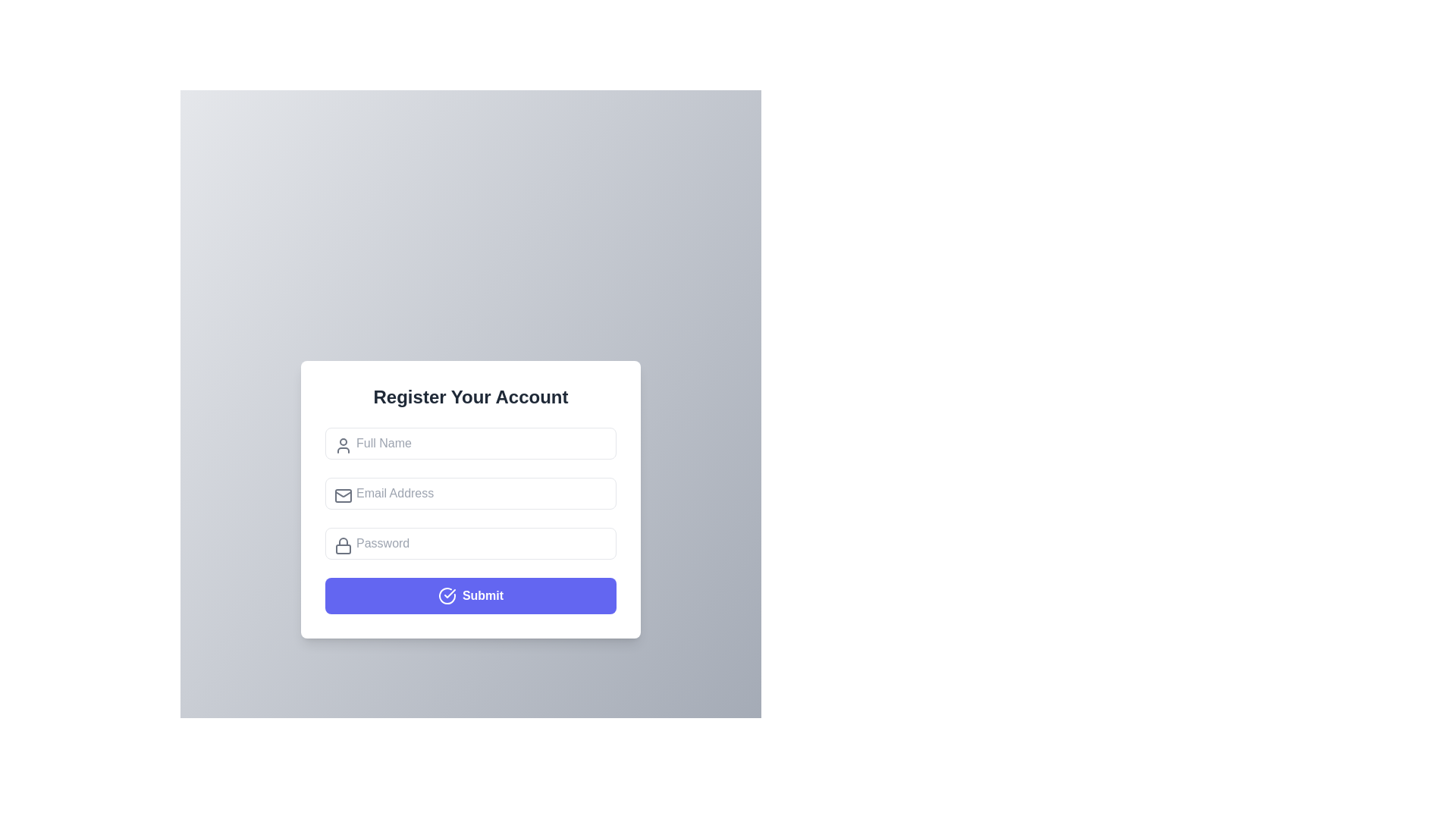 Image resolution: width=1456 pixels, height=819 pixels. Describe the element at coordinates (342, 494) in the screenshot. I see `the mail envelope closing flap icon, which visually represents the email input field, by clicking on it` at that location.